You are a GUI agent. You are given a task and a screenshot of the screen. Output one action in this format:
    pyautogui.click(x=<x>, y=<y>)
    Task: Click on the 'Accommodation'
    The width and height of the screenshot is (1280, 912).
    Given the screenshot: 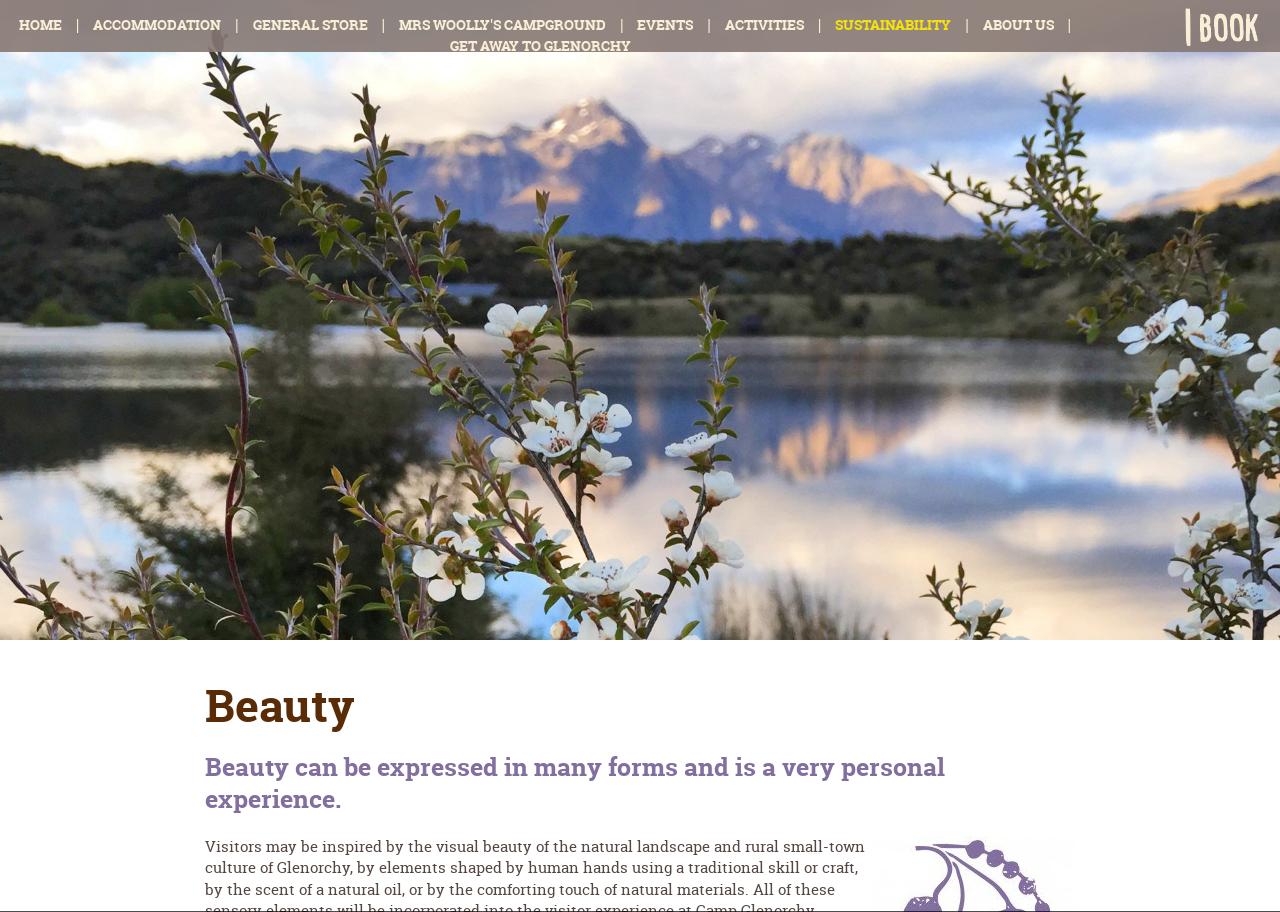 What is the action you would take?
    pyautogui.click(x=92, y=24)
    